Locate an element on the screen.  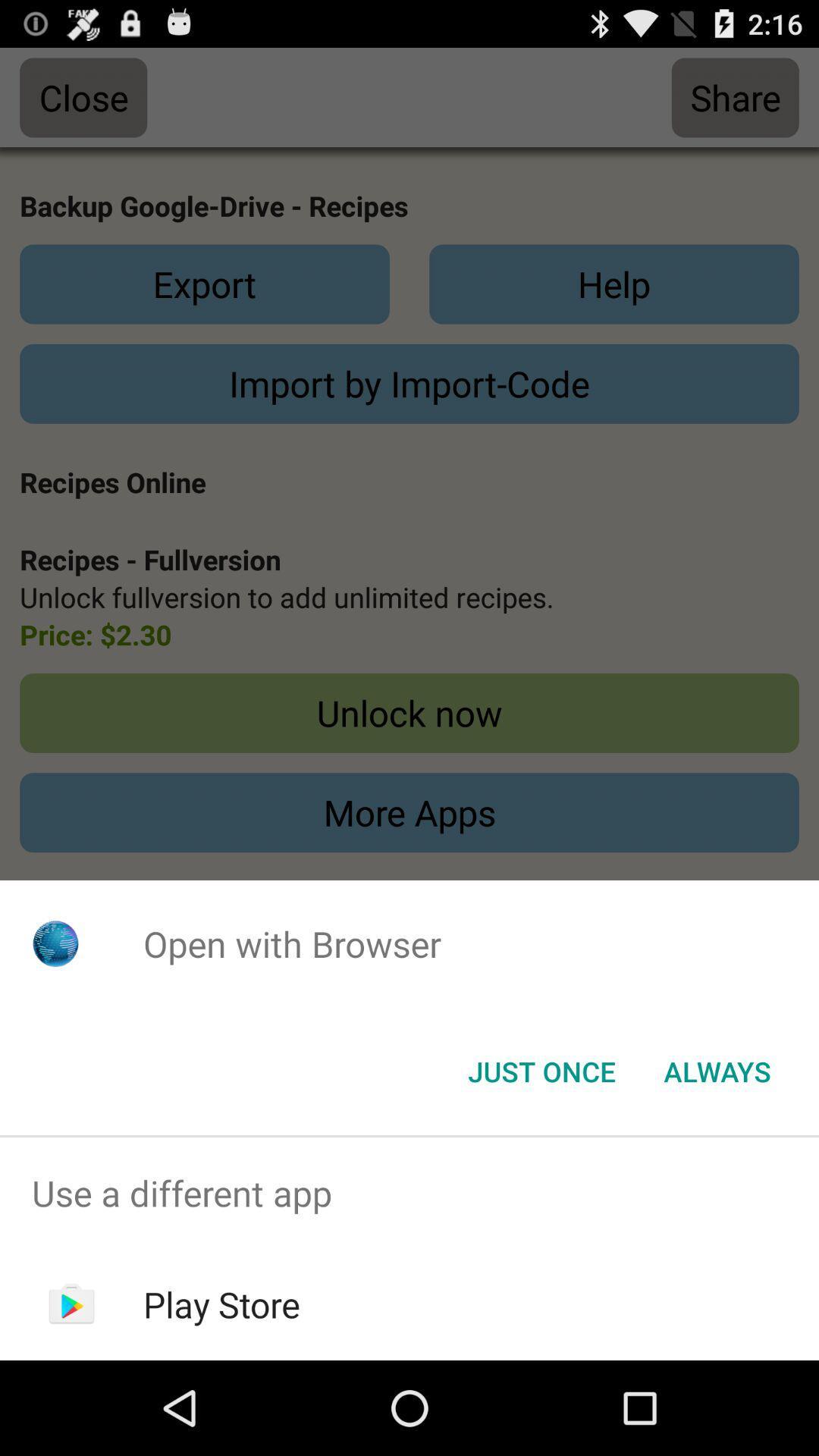
the icon to the right of just once icon is located at coordinates (717, 1070).